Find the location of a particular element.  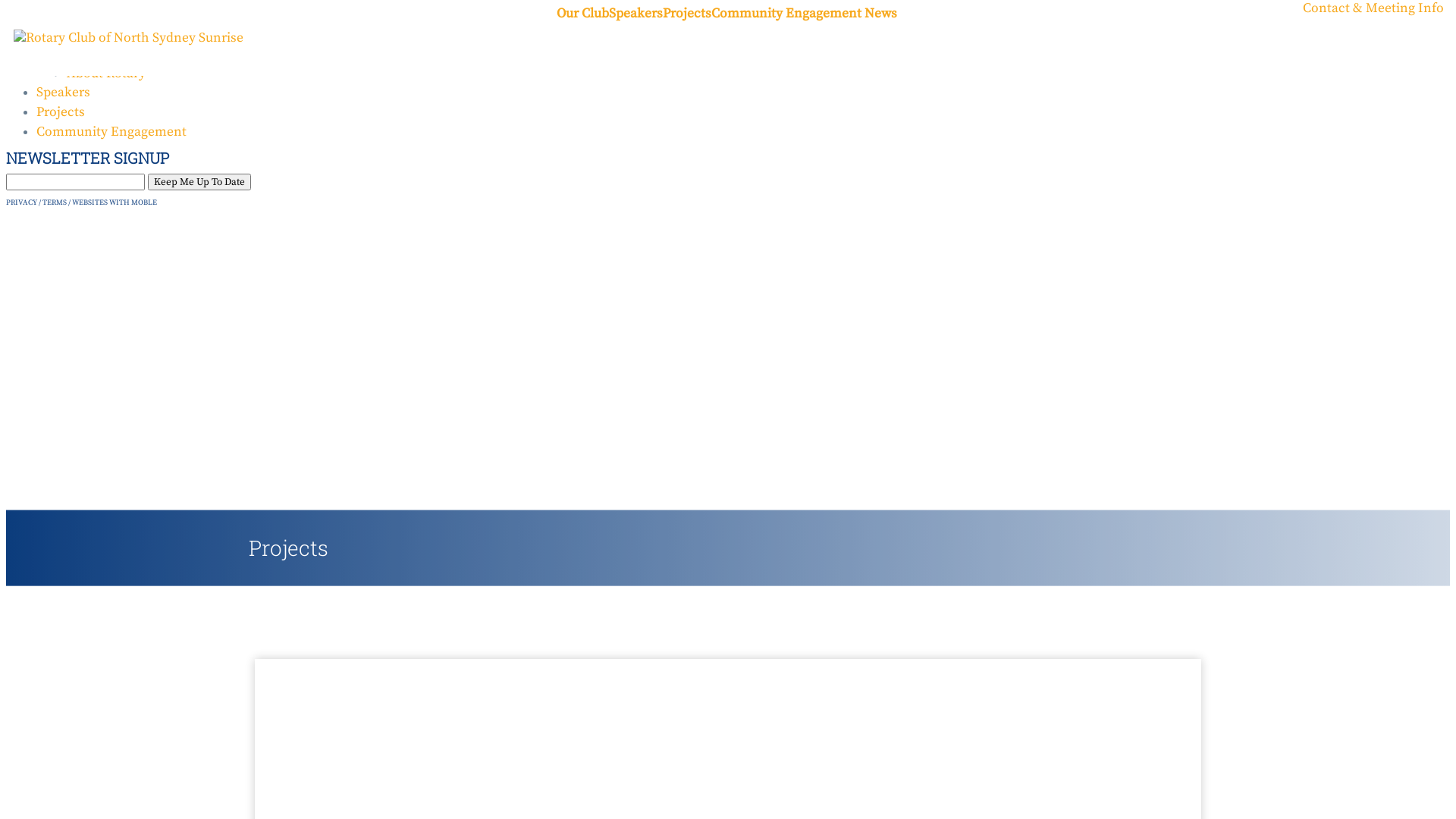

'Keep Me Up To Date' is located at coordinates (199, 180).